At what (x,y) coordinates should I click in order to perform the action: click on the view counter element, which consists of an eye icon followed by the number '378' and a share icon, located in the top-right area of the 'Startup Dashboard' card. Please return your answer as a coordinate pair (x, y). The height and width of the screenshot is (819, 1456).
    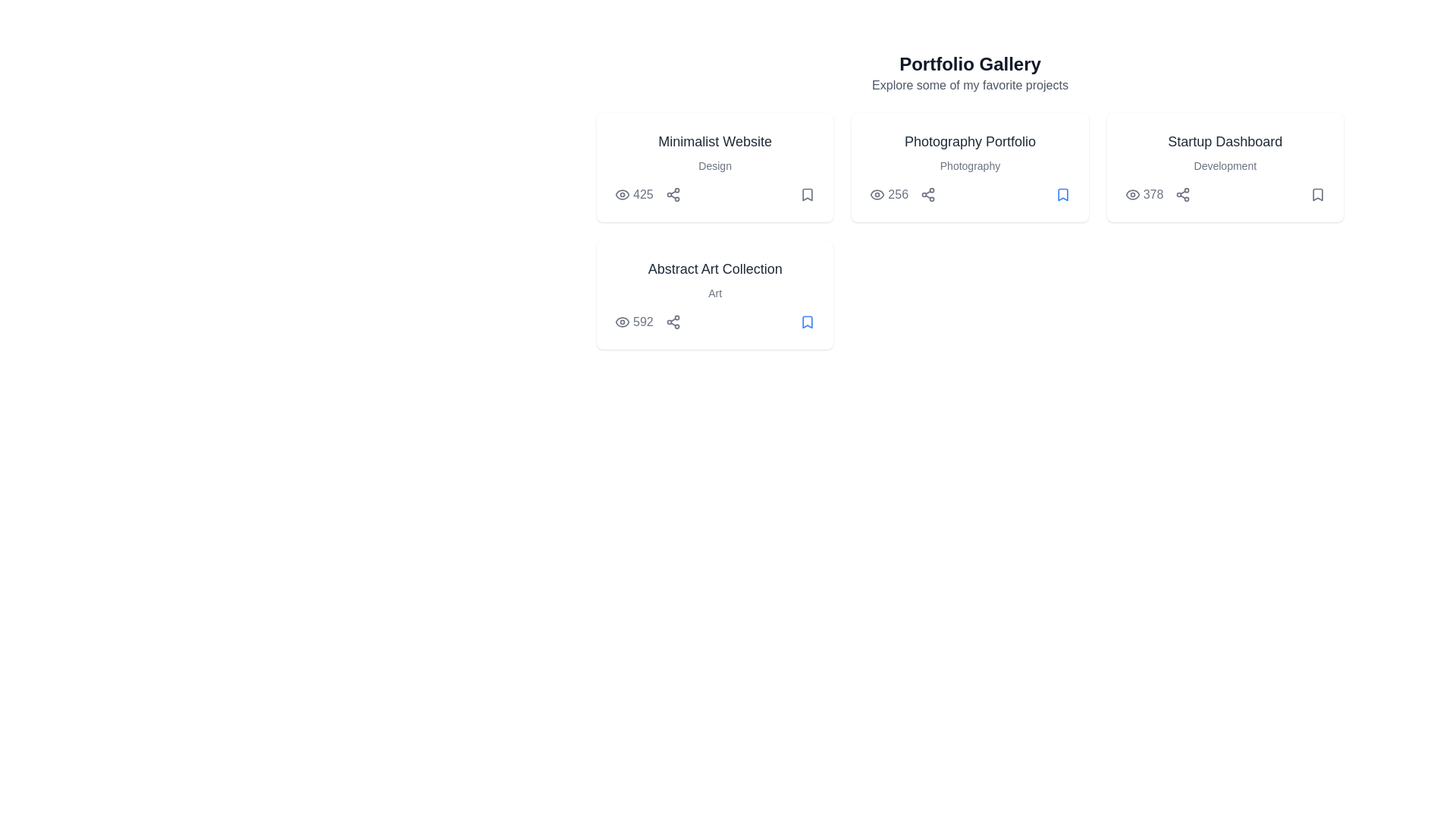
    Looking at the image, I should click on (1156, 194).